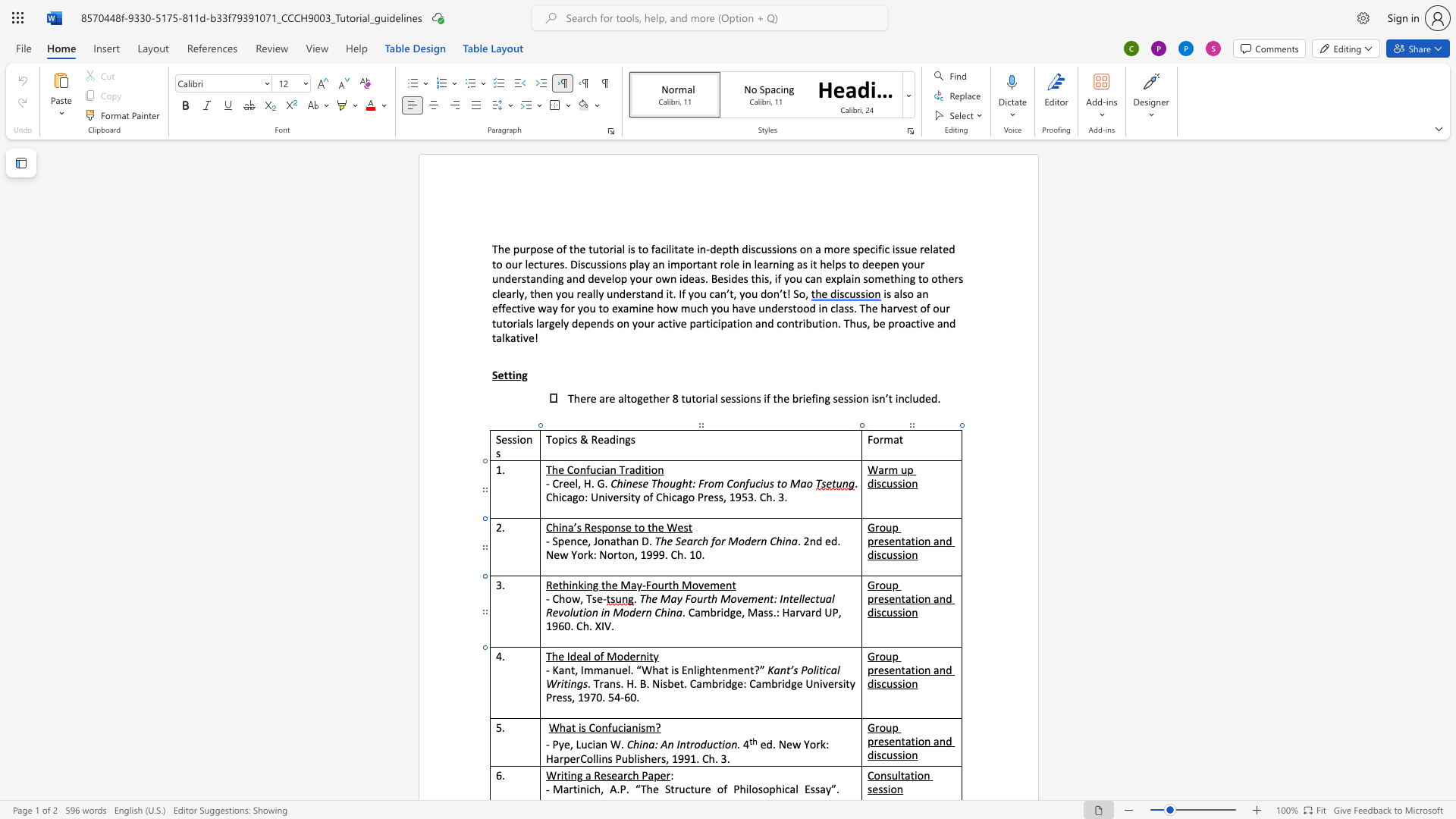  Describe the element at coordinates (889, 598) in the screenshot. I see `the space between the continuous character "s" and "e" in the text` at that location.